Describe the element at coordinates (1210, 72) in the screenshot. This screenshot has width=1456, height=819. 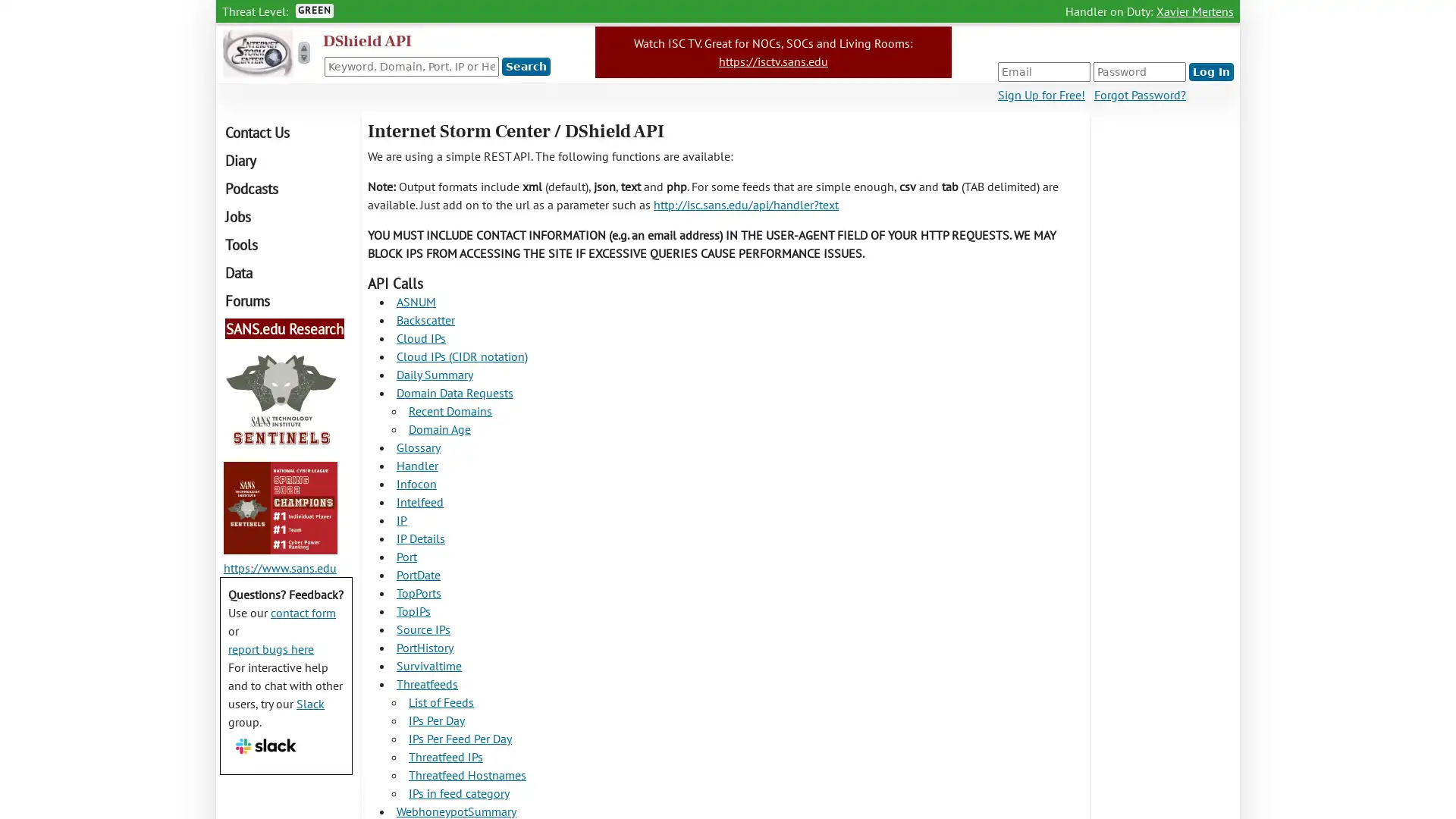
I see `Log In` at that location.